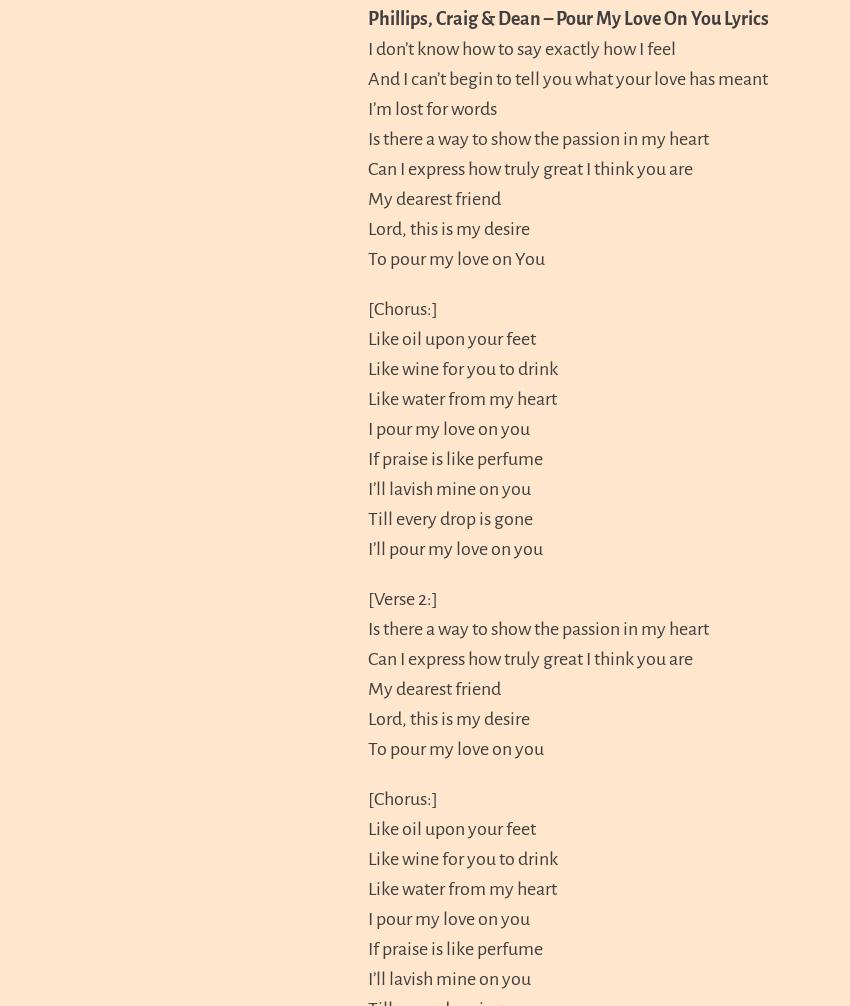  Describe the element at coordinates (567, 77) in the screenshot. I see `'And I can’t begin to tell you what your love has meant'` at that location.